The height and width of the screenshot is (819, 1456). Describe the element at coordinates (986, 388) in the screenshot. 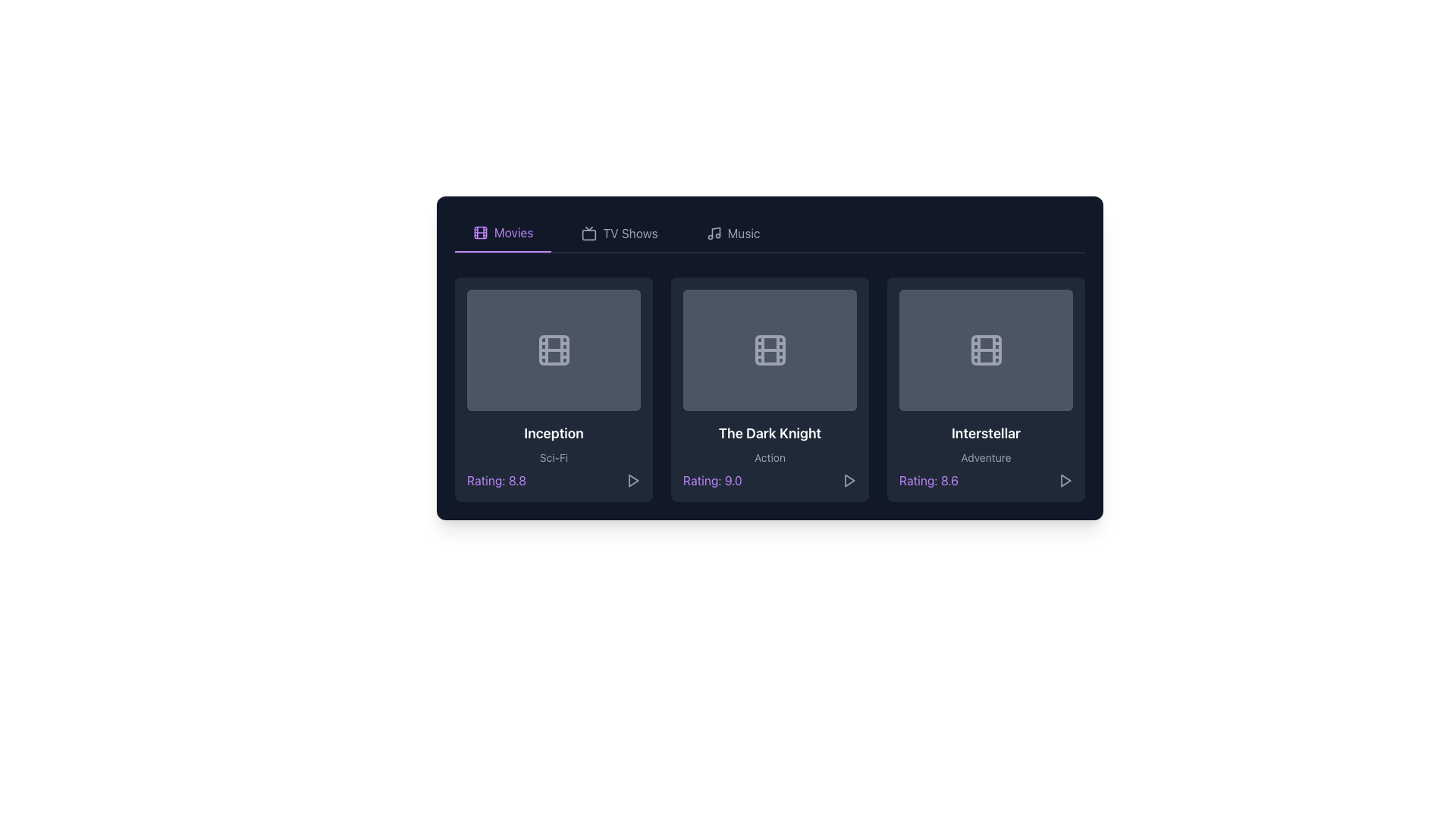

I see `the third movie card in the 'Movies' section, which displays the movie's title, genre, and rating` at that location.